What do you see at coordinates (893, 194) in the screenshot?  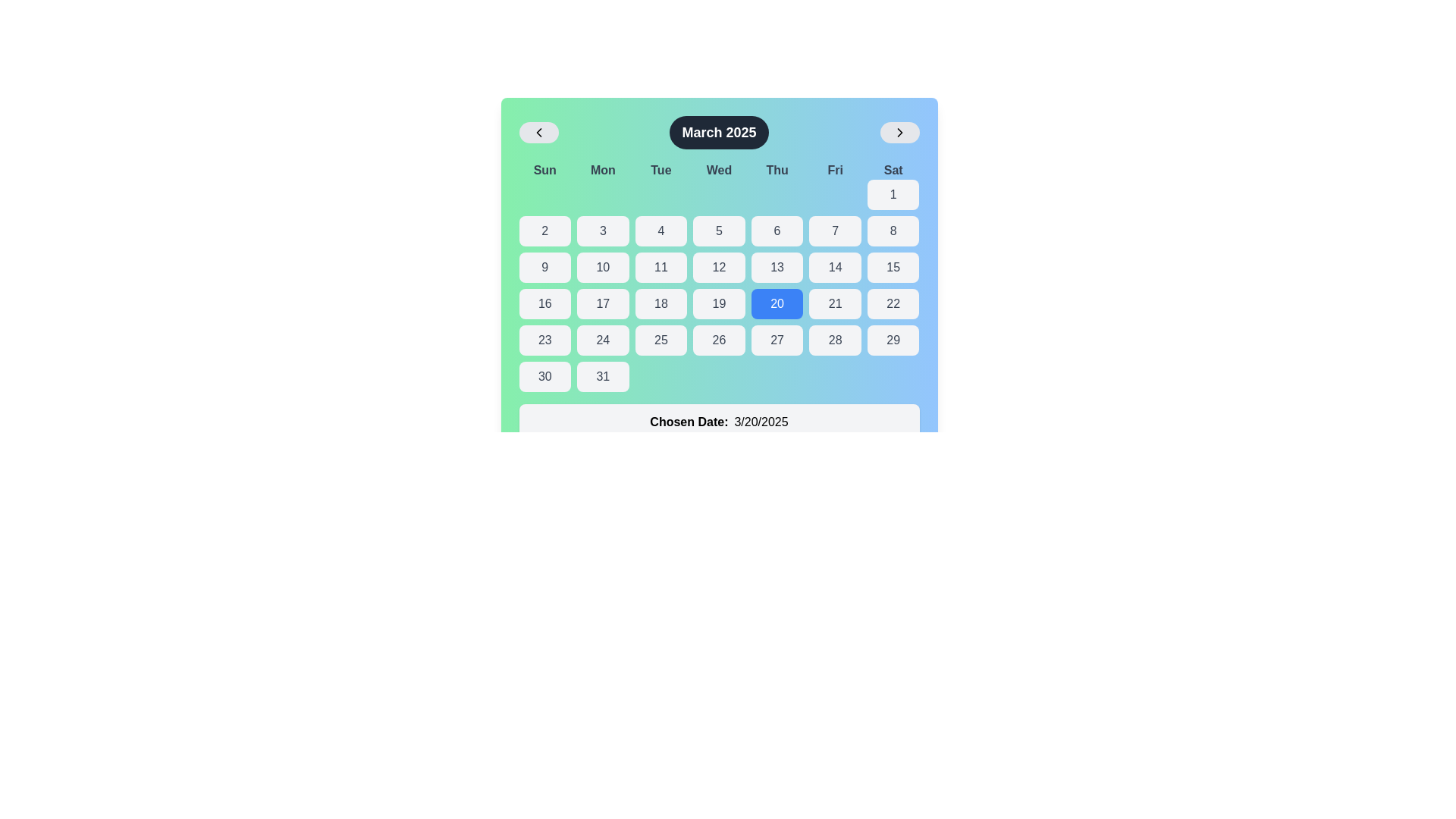 I see `the button representing the first day of a month in the calendar view, located under the 'Sat' column header` at bounding box center [893, 194].